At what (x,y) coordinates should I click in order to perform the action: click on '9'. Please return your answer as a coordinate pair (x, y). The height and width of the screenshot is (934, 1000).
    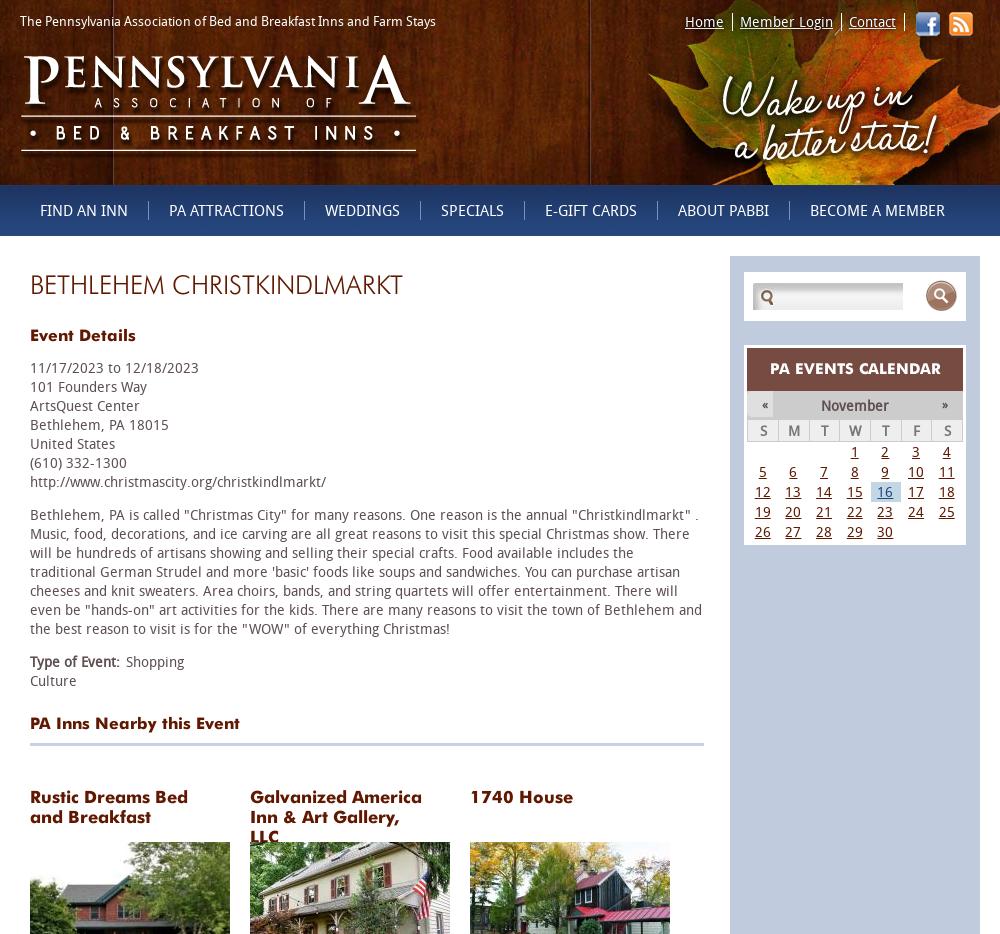
    Looking at the image, I should click on (885, 469).